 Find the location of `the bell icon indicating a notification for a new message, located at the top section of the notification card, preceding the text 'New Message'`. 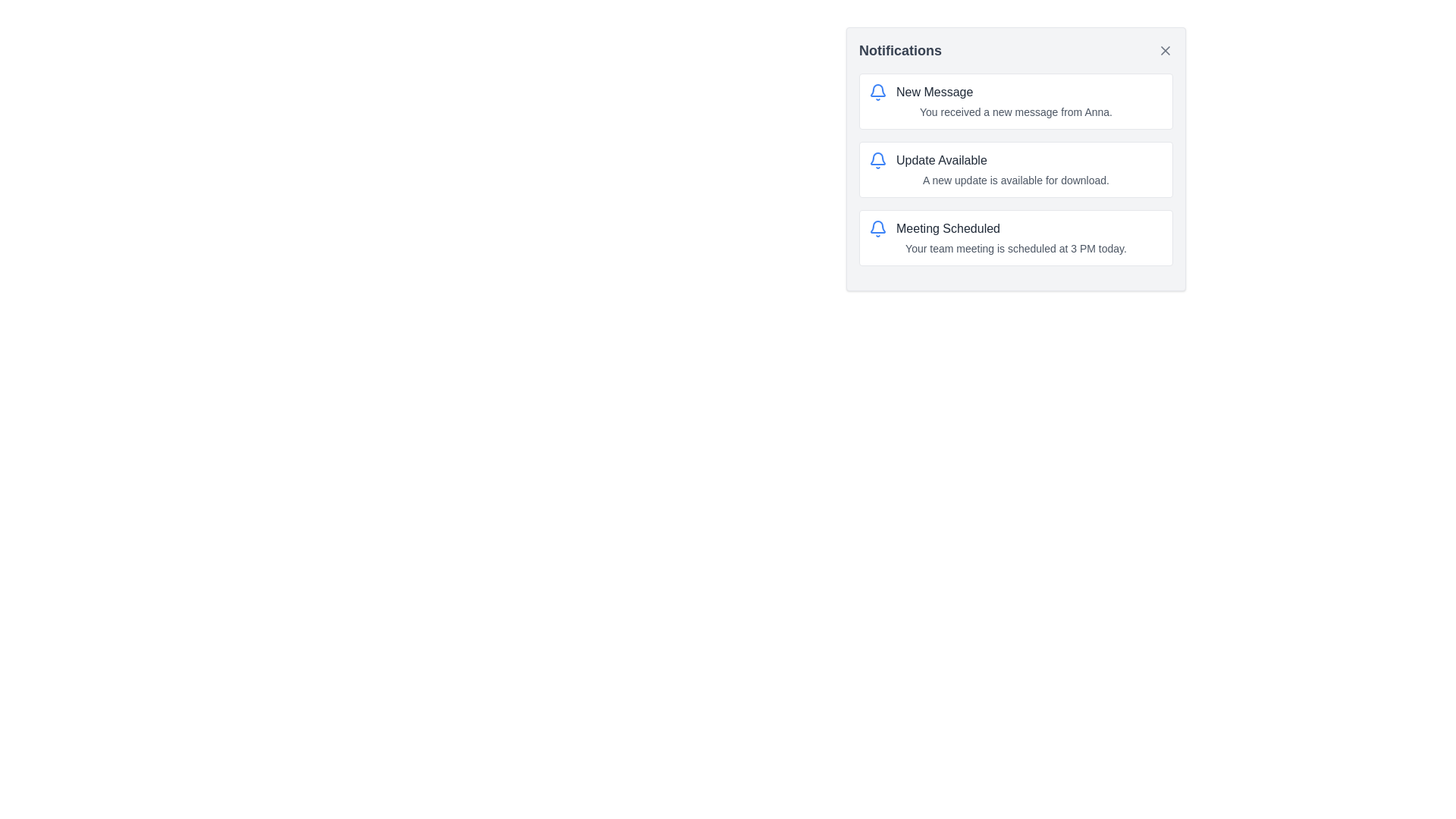

the bell icon indicating a notification for a new message, located at the top section of the notification card, preceding the text 'New Message' is located at coordinates (877, 93).